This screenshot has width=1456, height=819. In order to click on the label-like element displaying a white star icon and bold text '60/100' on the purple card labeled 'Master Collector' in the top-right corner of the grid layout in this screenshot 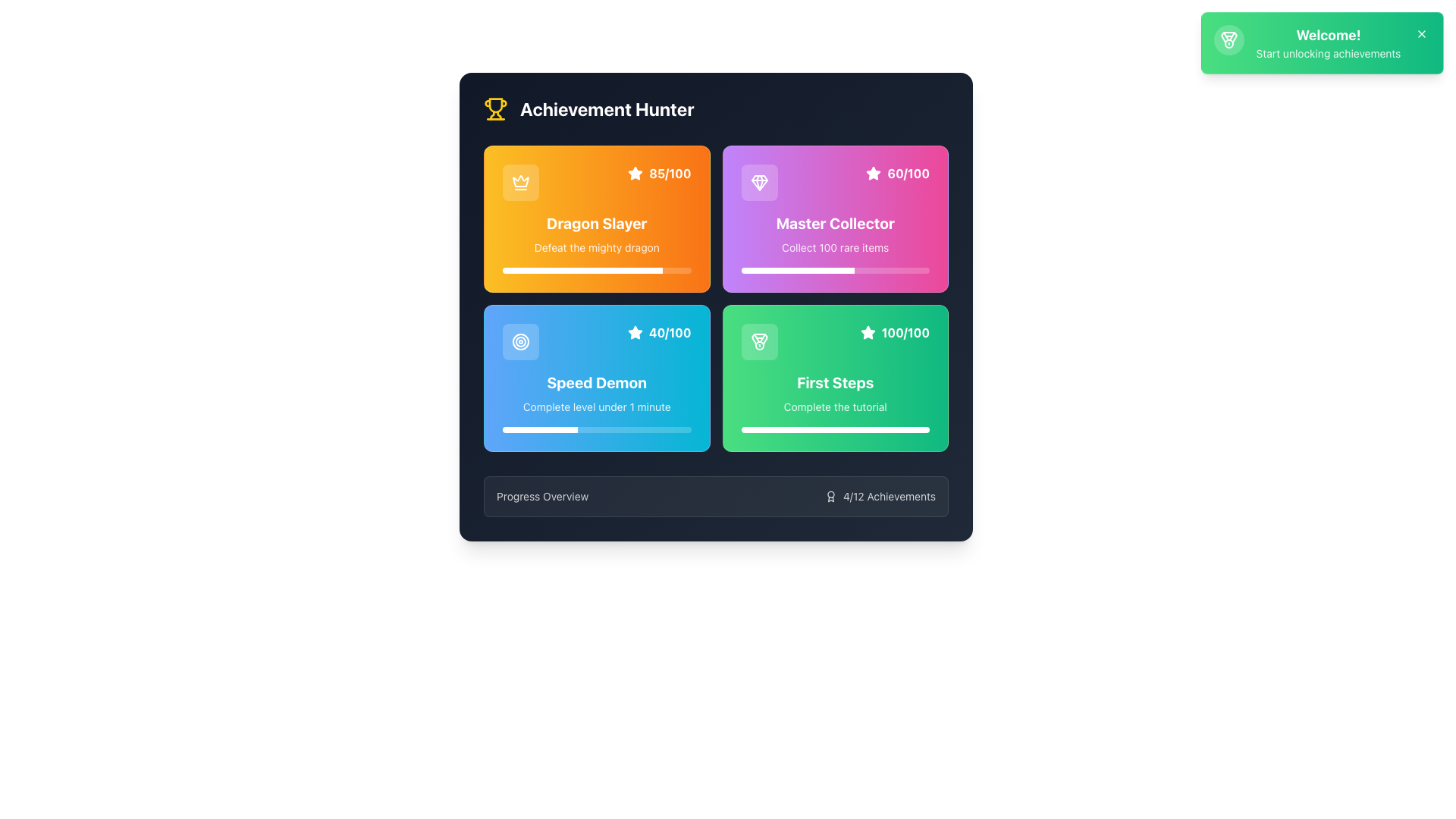, I will do `click(898, 172)`.